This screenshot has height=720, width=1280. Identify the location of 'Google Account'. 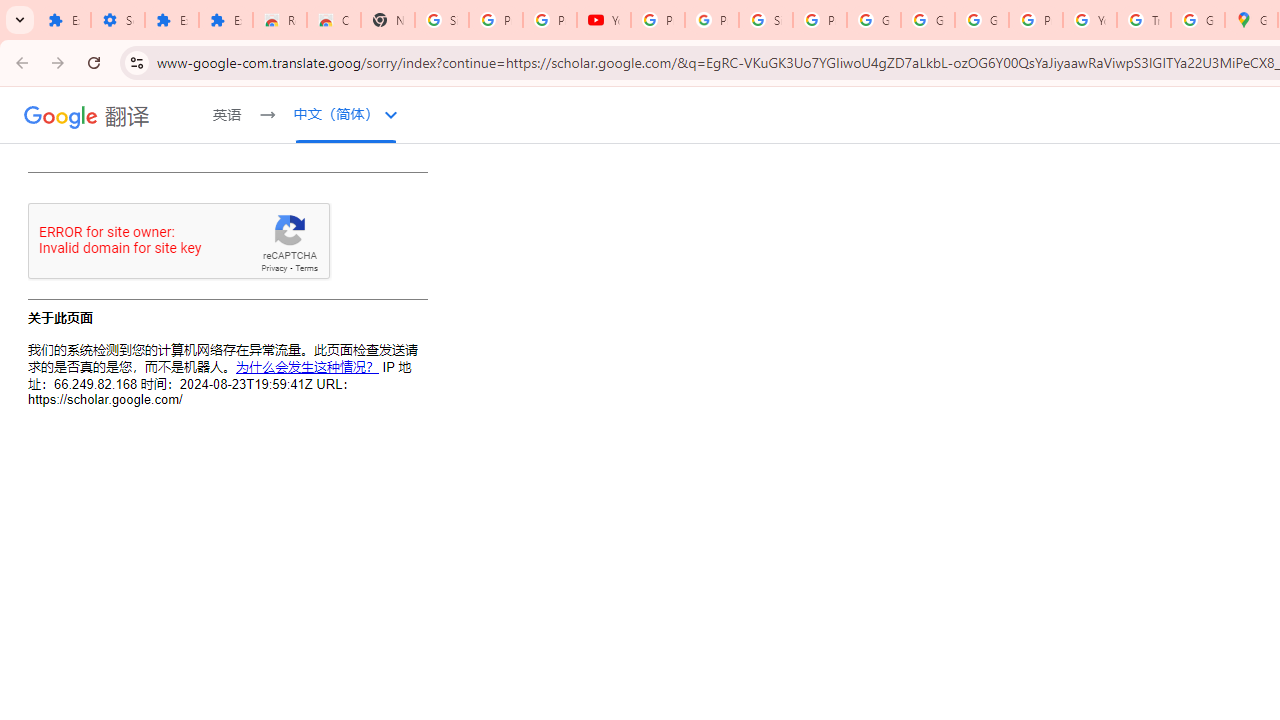
(927, 20).